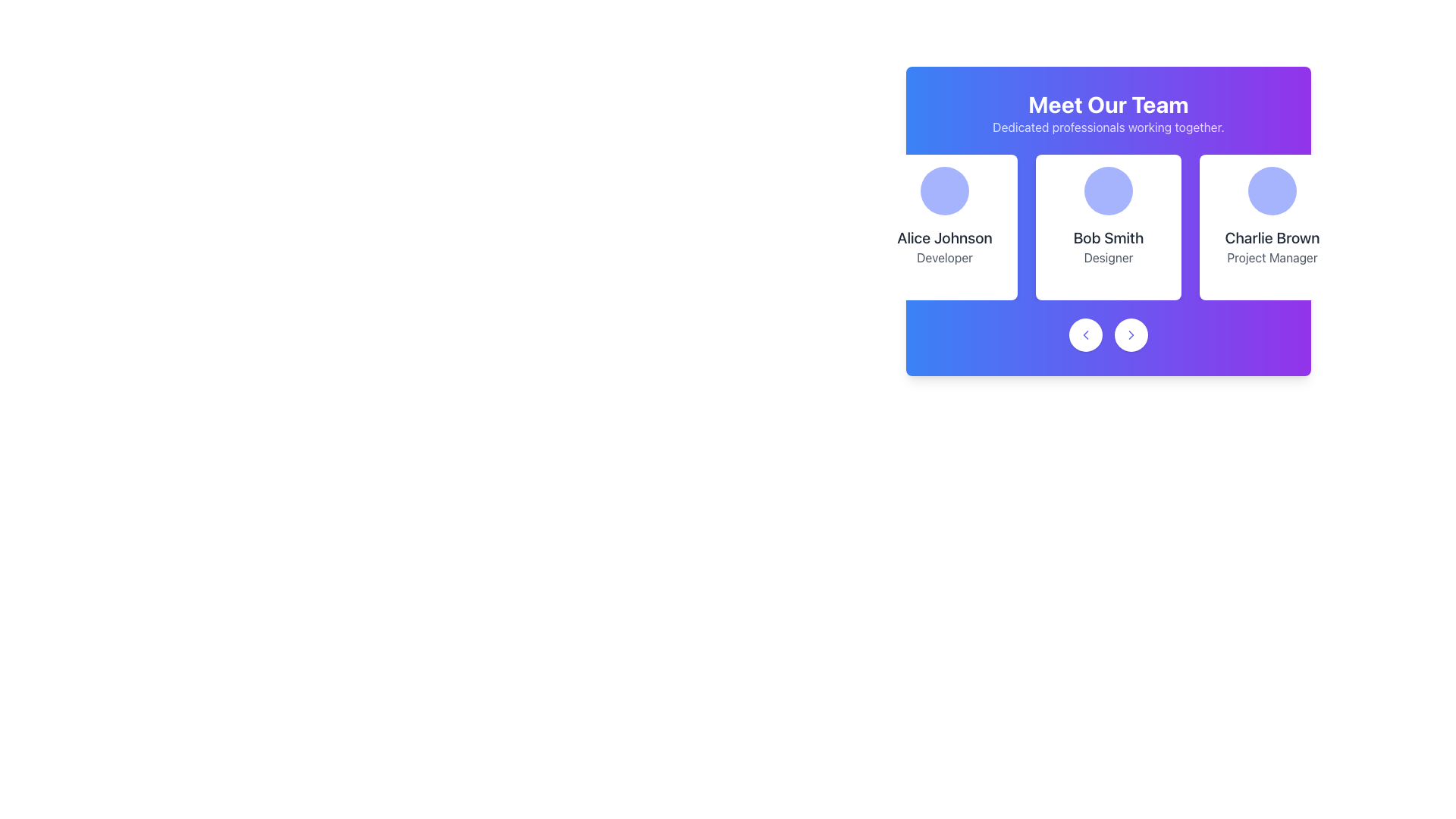 This screenshot has width=1456, height=819. I want to click on text content of the 'Charlie Brown' text label located in the 'Meet Our Team' section, which is displayed in a dark, bold font below the avatar image and above 'Project Manager', so click(1272, 237).